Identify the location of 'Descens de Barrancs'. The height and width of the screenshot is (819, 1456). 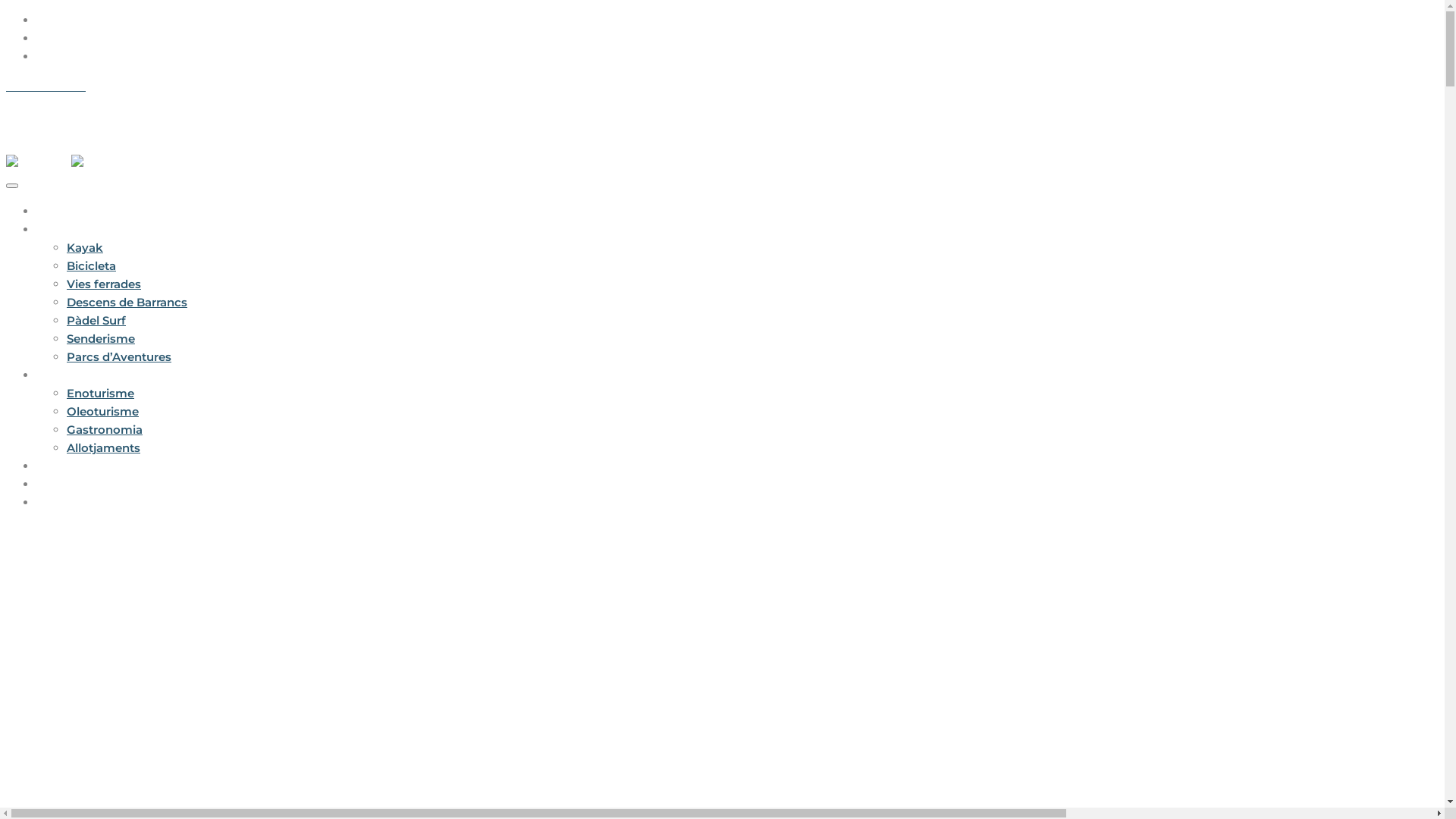
(127, 302).